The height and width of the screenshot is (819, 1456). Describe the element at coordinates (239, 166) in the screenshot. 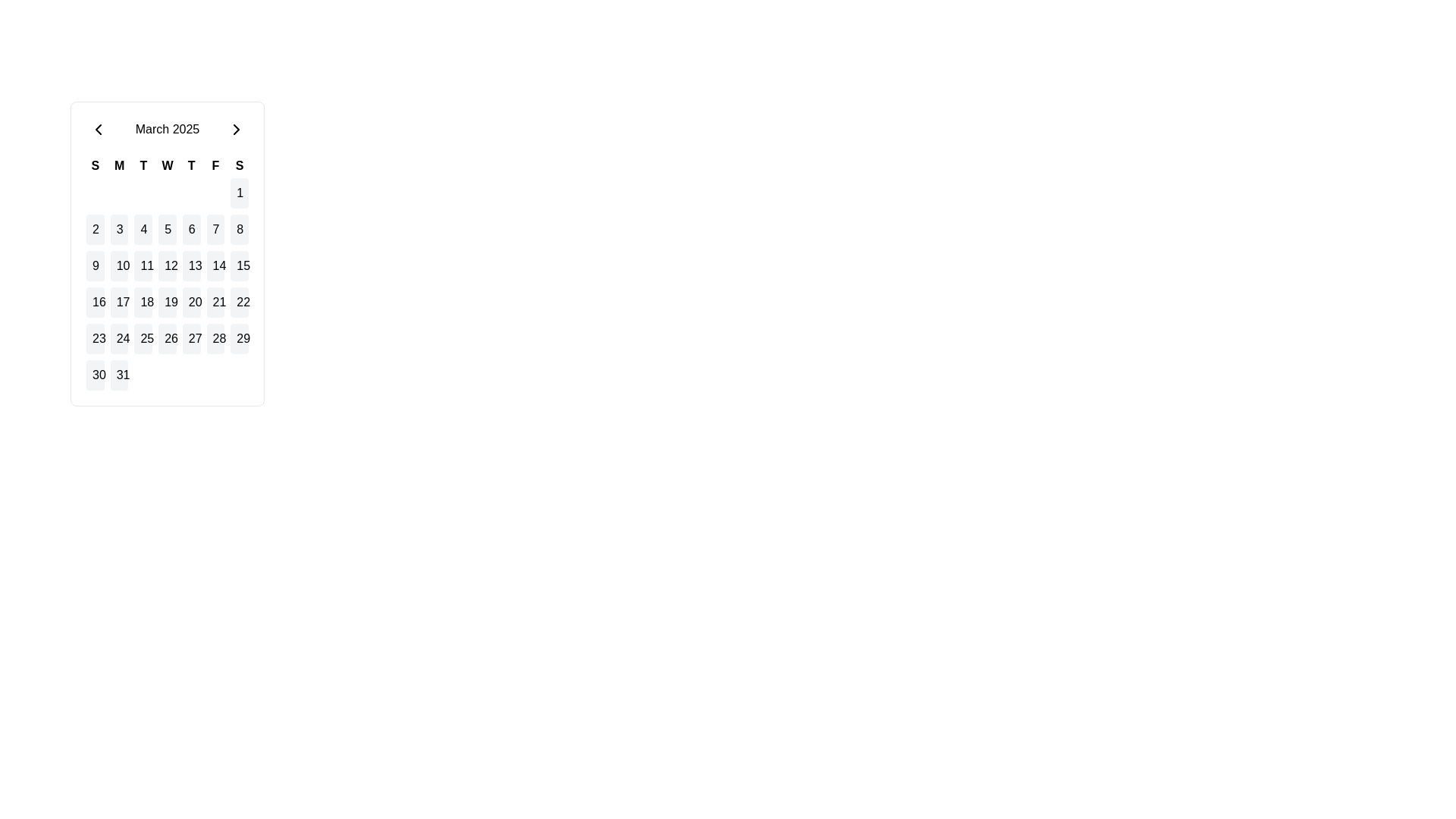

I see `the text element representing 'Saturday' in the week header of the calendar, located at the top-right corner of the calendar grid` at that location.